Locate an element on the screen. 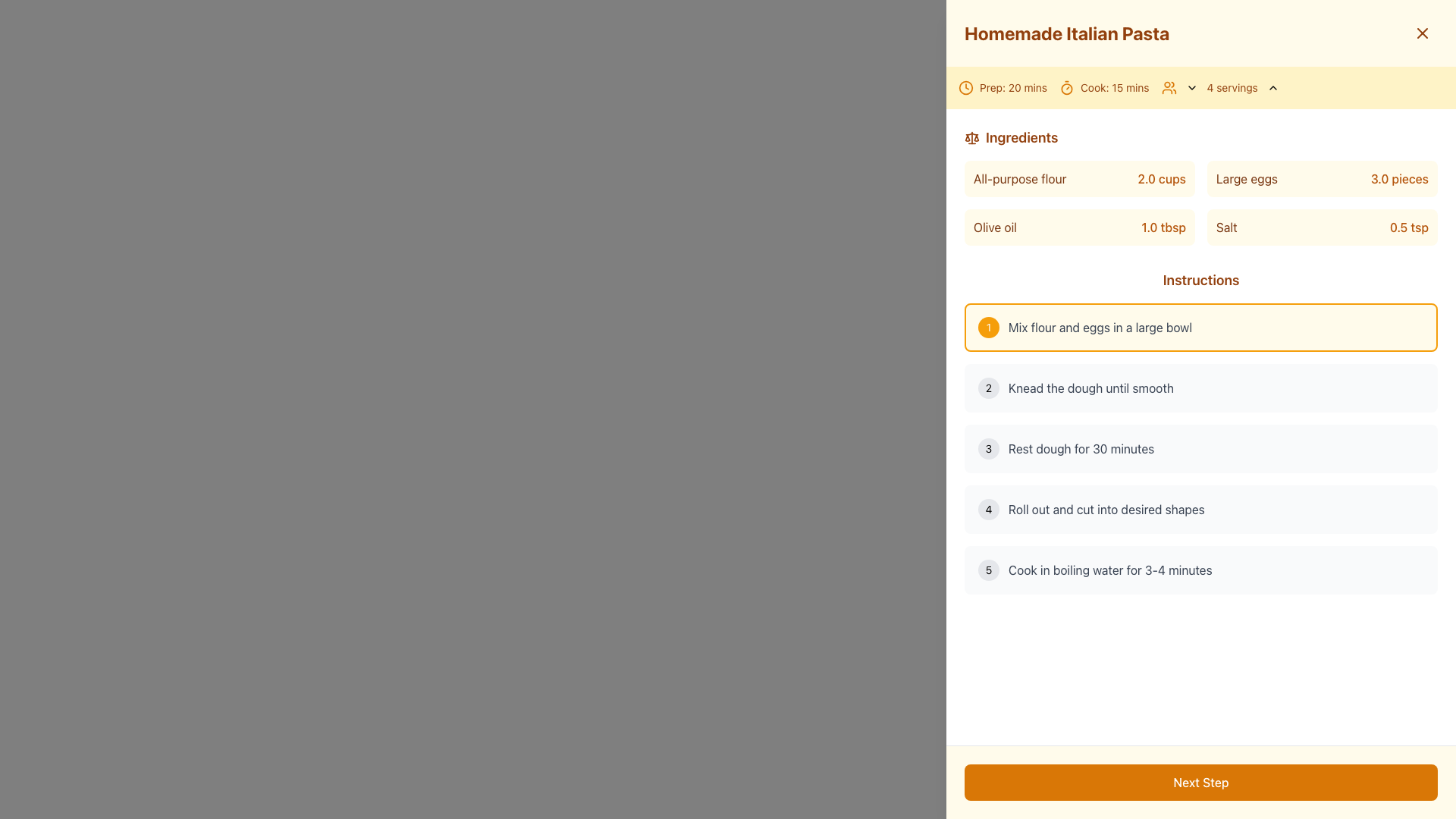 The width and height of the screenshot is (1456, 819). the fifth instructional step in the recipe to mark it as completed, located in the 'Instructions' section below step 4 and above the 'Next Step' button is located at coordinates (1200, 570).